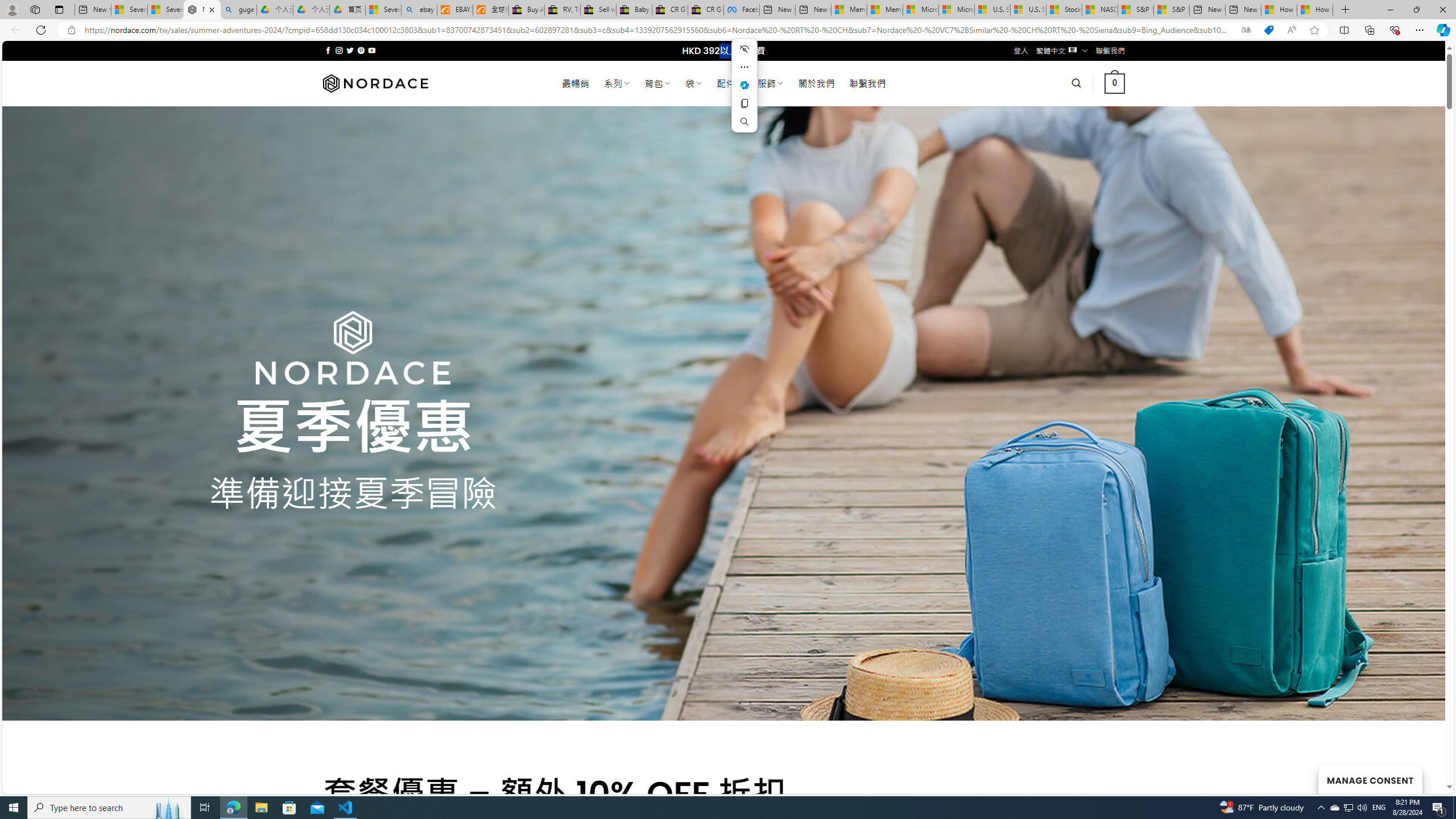 The height and width of the screenshot is (819, 1456). I want to click on ' 0 ', so click(1115, 82).